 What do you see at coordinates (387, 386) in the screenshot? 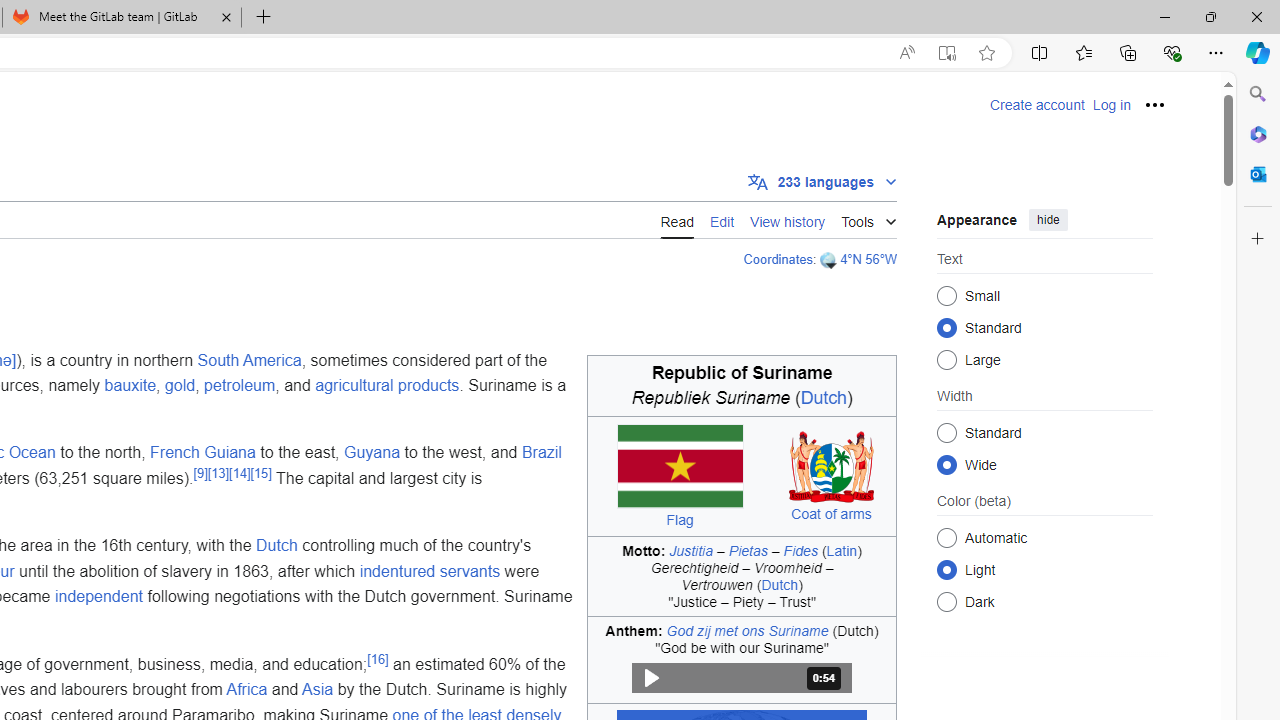
I see `'agricultural products'` at bounding box center [387, 386].